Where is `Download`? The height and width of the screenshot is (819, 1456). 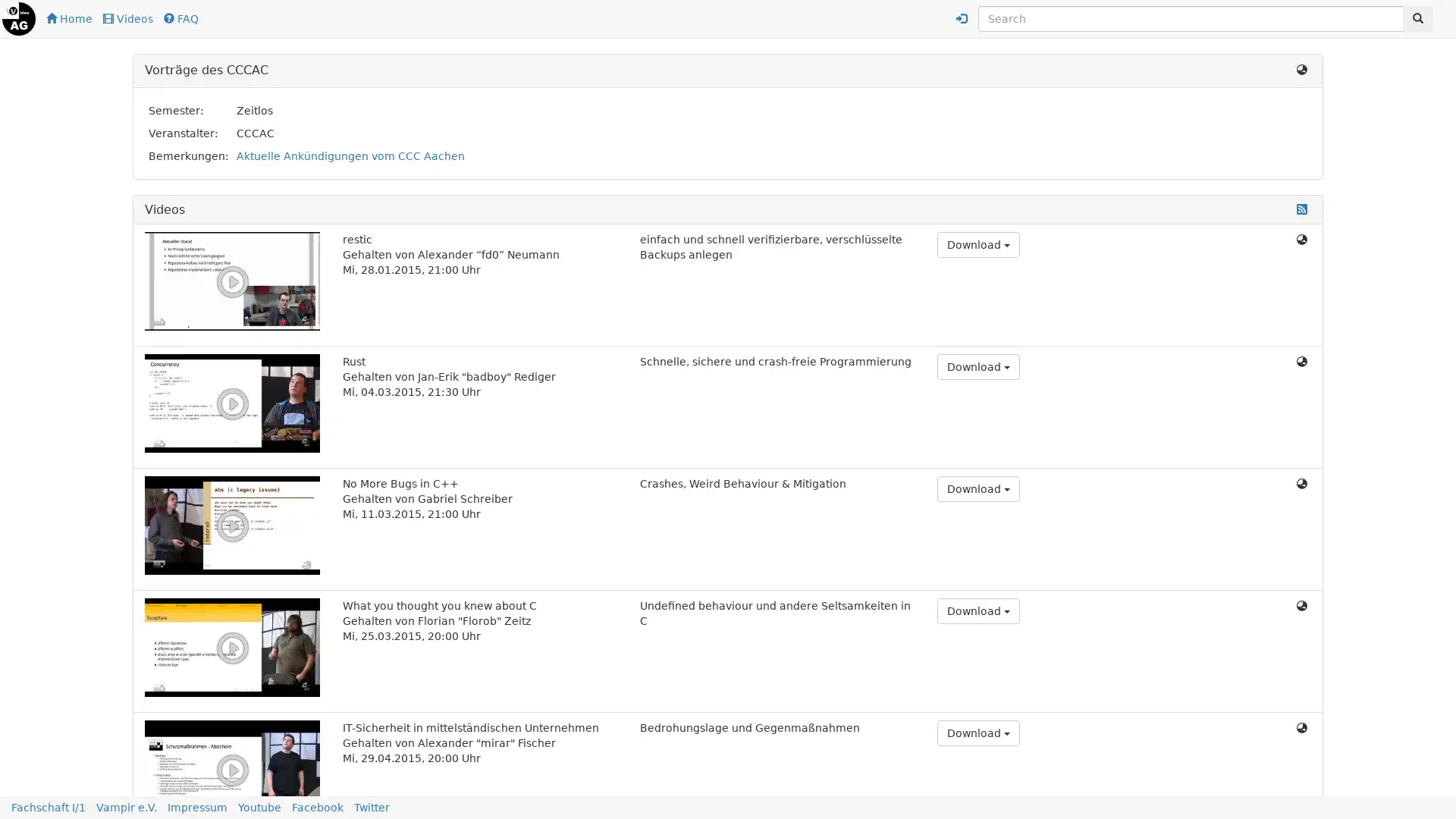 Download is located at coordinates (978, 244).